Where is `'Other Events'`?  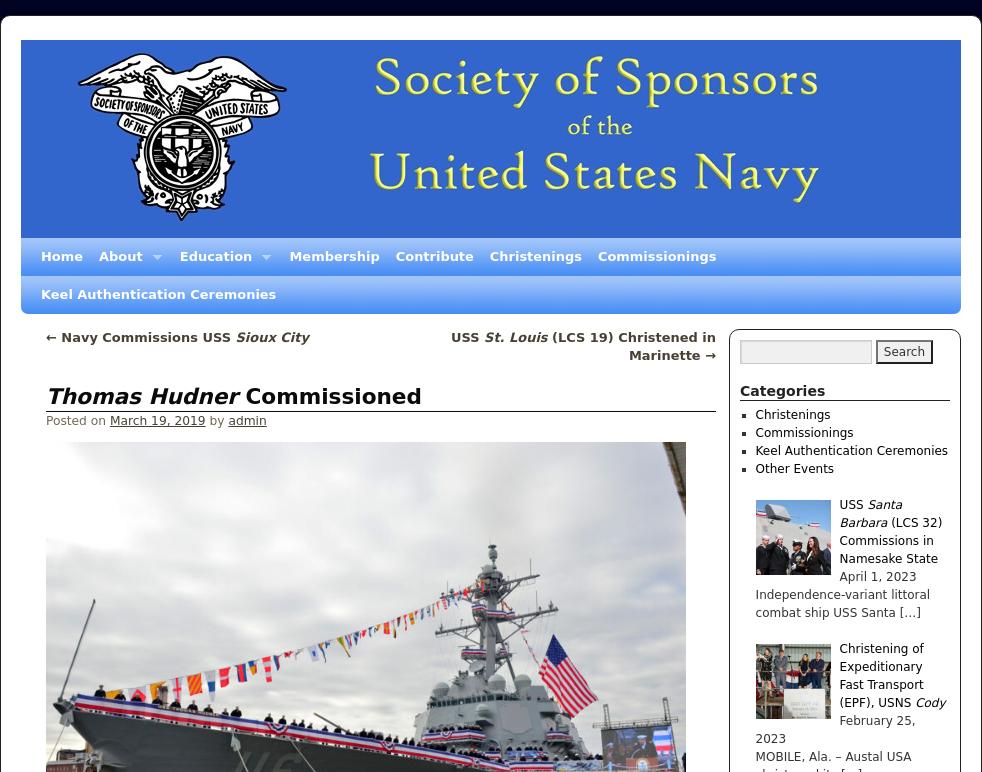
'Other Events' is located at coordinates (794, 468).